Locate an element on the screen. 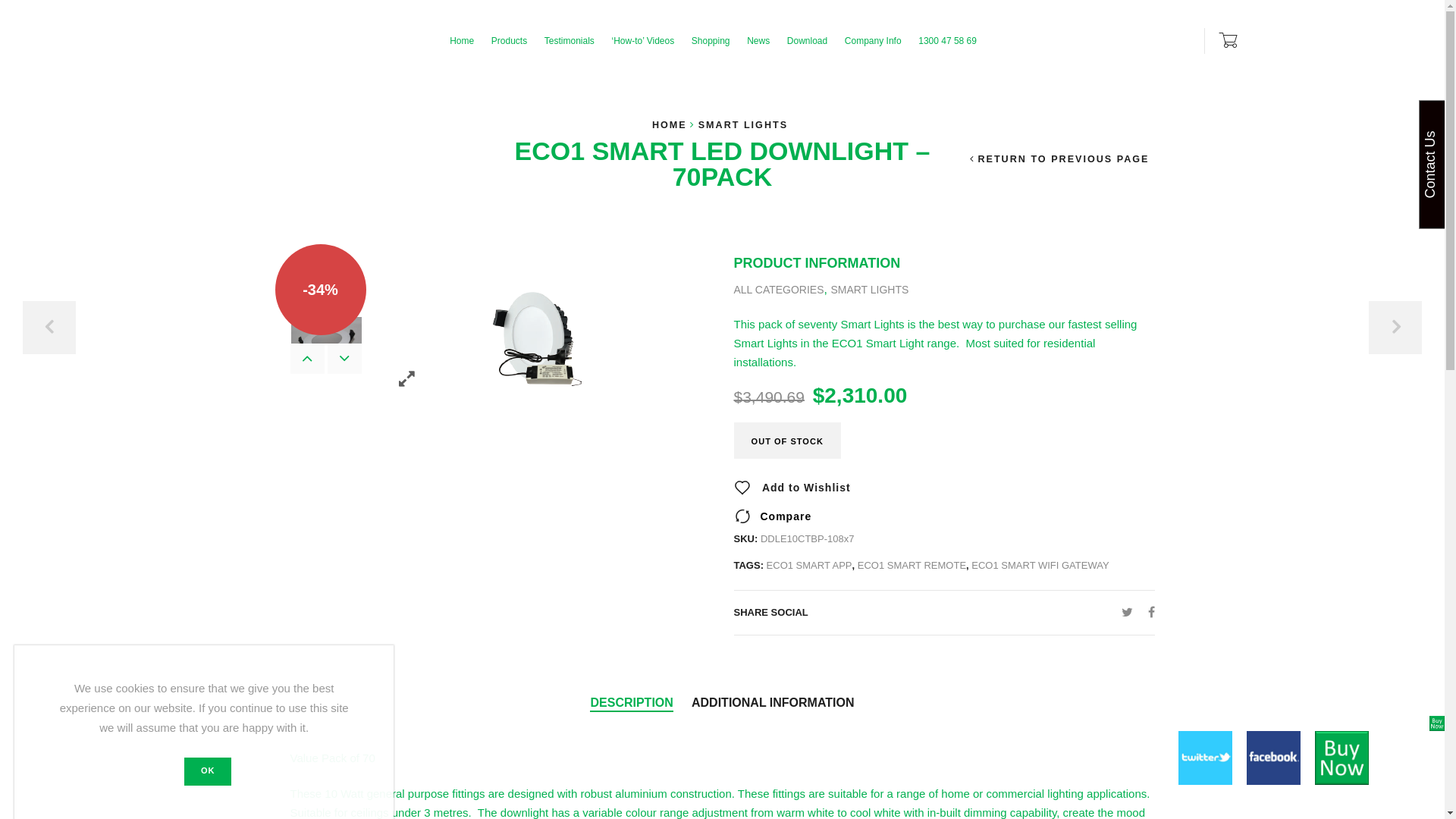 The image size is (1456, 819). 'Add to Wishlist' is located at coordinates (734, 488).